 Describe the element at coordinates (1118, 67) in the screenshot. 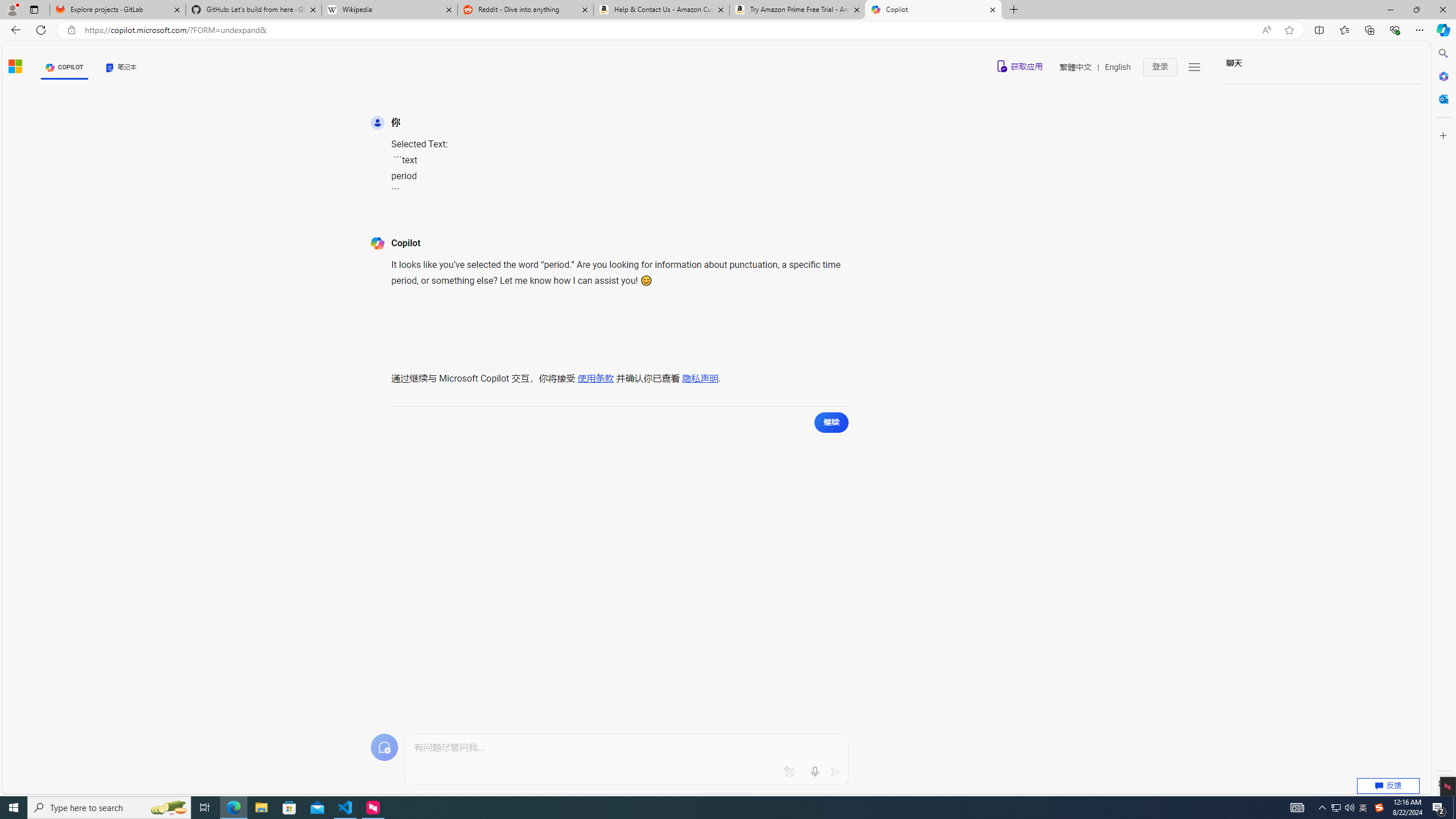

I see `'English'` at that location.